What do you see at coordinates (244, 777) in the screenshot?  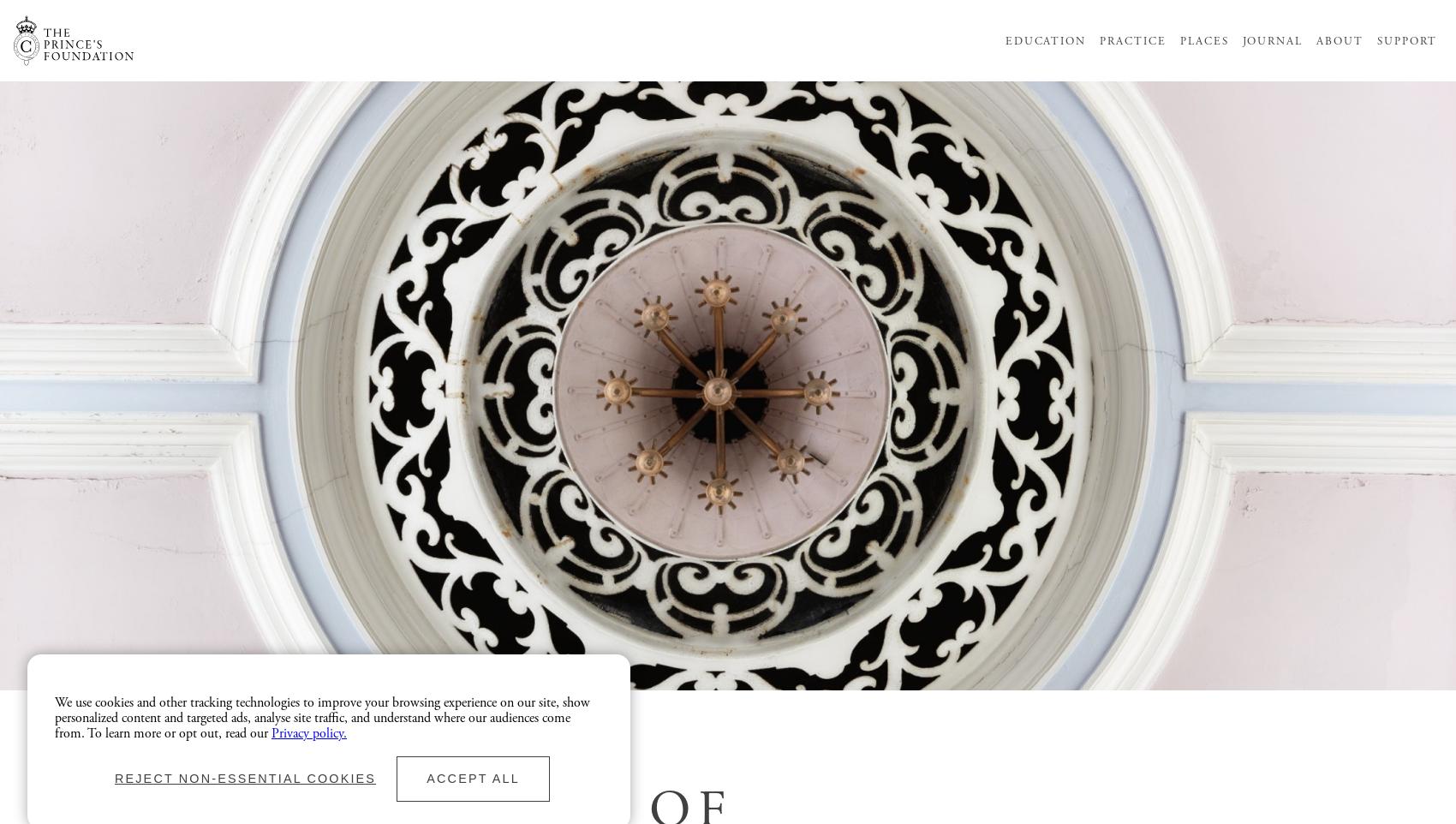 I see `'Reject non-essential cookies'` at bounding box center [244, 777].